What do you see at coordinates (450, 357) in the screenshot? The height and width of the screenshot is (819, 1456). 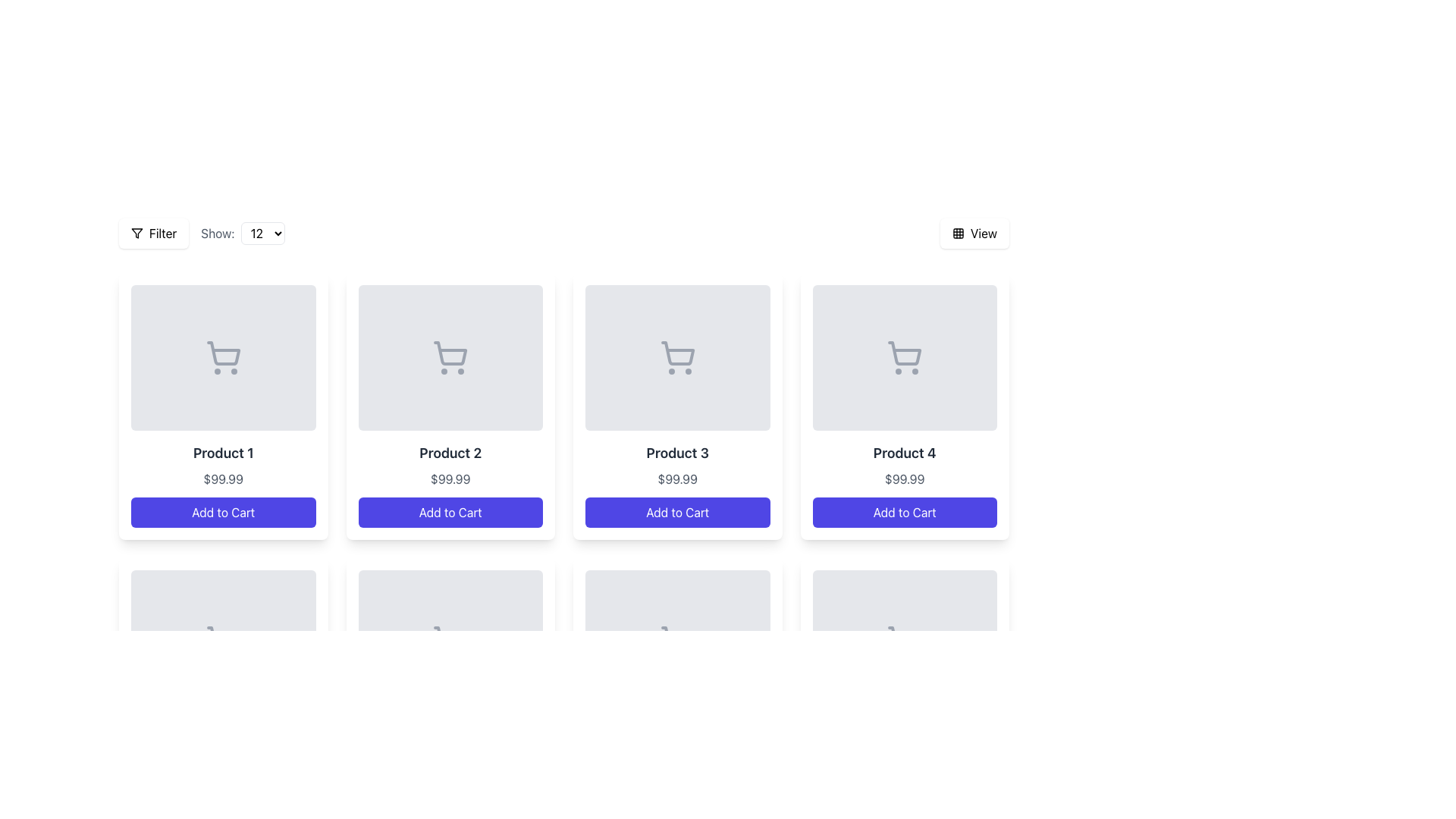 I see `the light gray rectangular box with rounded corners that contains a shopping cart icon, which represents the Decorative placeholder for 'Product 2'` at bounding box center [450, 357].